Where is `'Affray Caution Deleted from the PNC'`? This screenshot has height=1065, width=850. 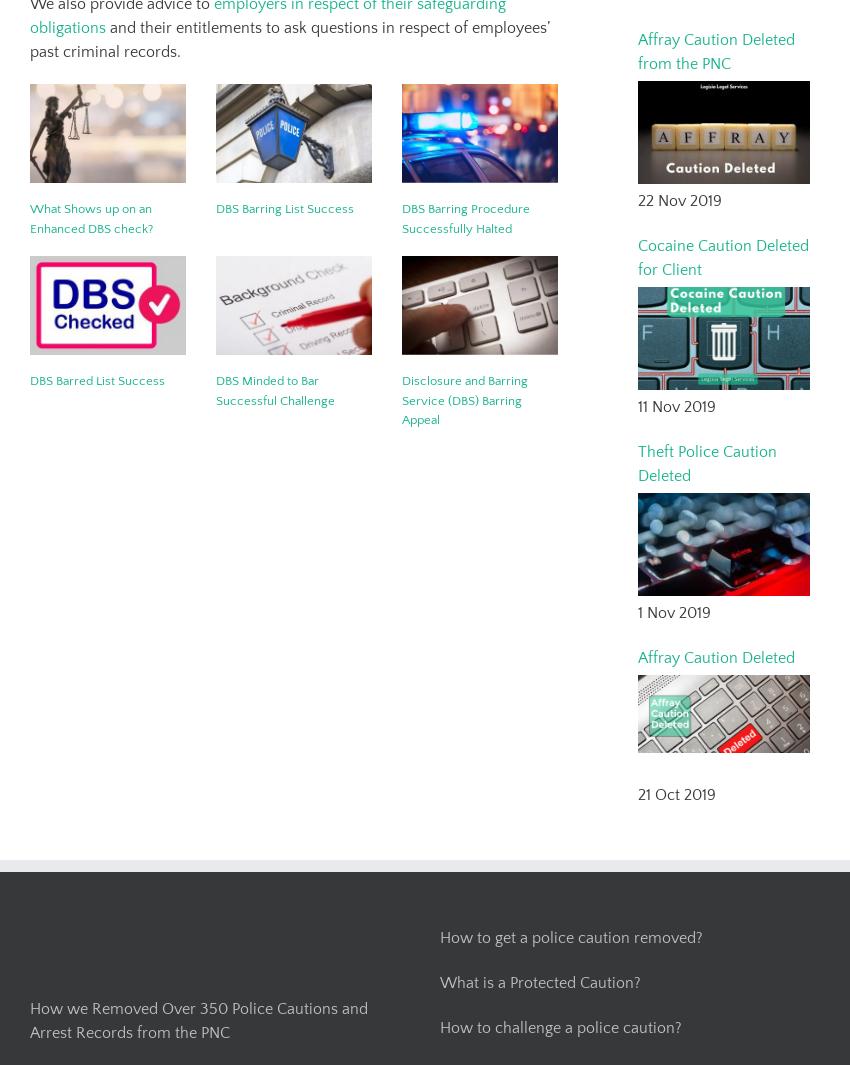
'Affray Caution Deleted from the PNC' is located at coordinates (638, 50).